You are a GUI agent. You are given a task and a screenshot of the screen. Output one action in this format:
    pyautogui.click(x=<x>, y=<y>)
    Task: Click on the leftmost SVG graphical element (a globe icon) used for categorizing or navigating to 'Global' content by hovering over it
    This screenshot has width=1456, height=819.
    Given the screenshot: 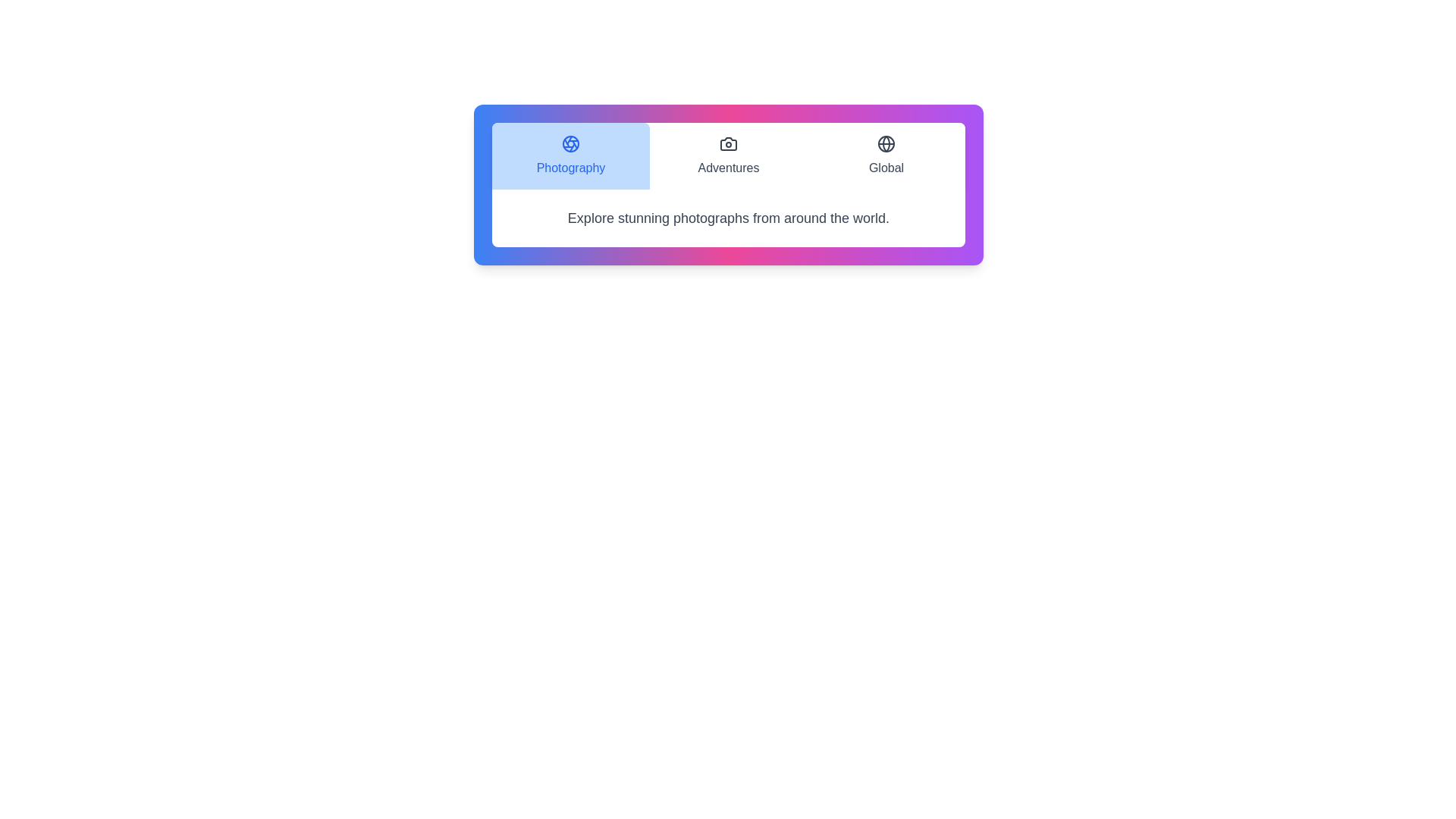 What is the action you would take?
    pyautogui.click(x=886, y=143)
    